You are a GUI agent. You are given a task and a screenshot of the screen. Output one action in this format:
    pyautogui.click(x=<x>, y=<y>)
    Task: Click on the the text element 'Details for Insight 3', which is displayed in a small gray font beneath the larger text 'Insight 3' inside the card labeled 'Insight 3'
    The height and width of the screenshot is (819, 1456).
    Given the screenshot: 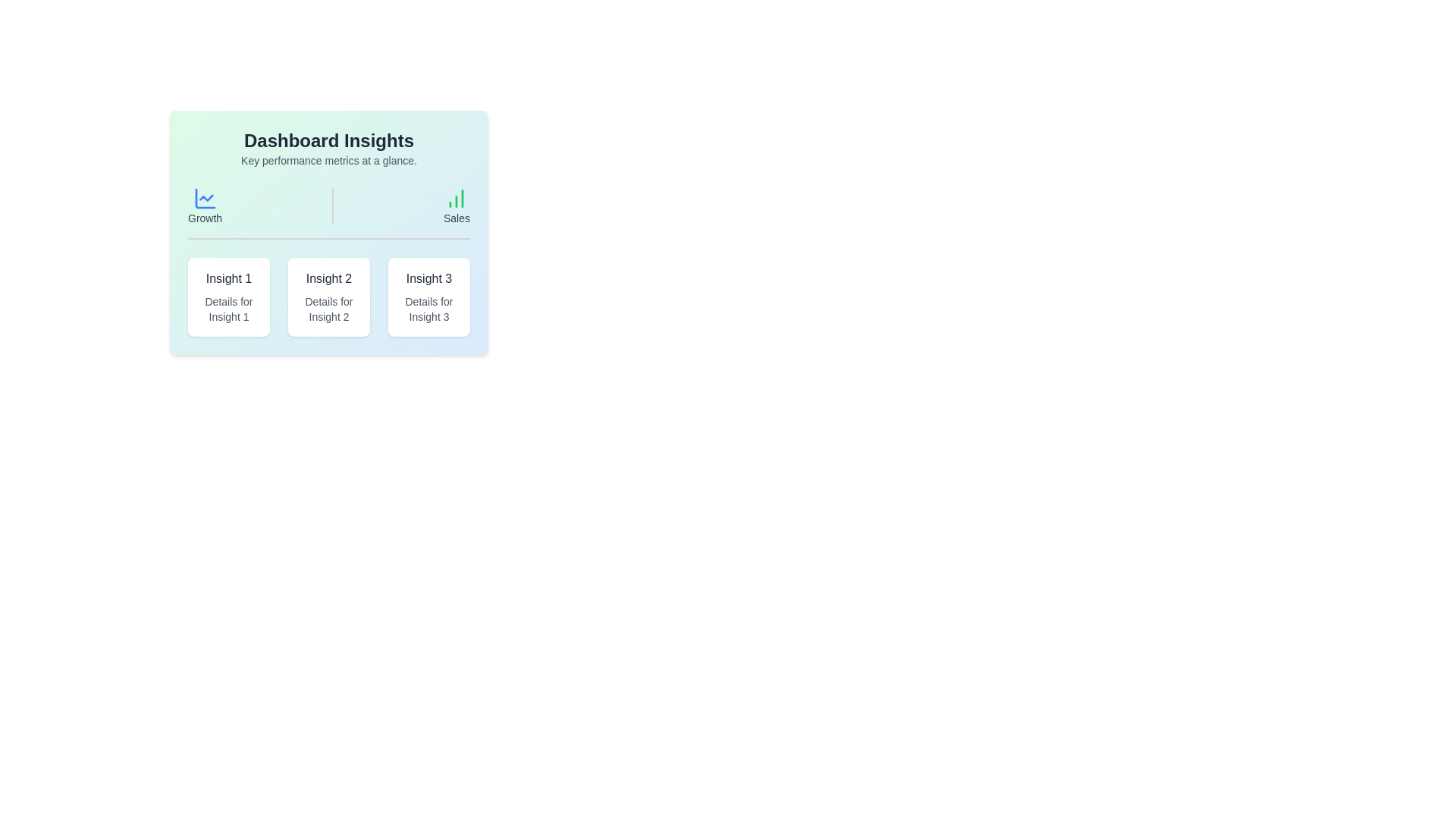 What is the action you would take?
    pyautogui.click(x=428, y=309)
    